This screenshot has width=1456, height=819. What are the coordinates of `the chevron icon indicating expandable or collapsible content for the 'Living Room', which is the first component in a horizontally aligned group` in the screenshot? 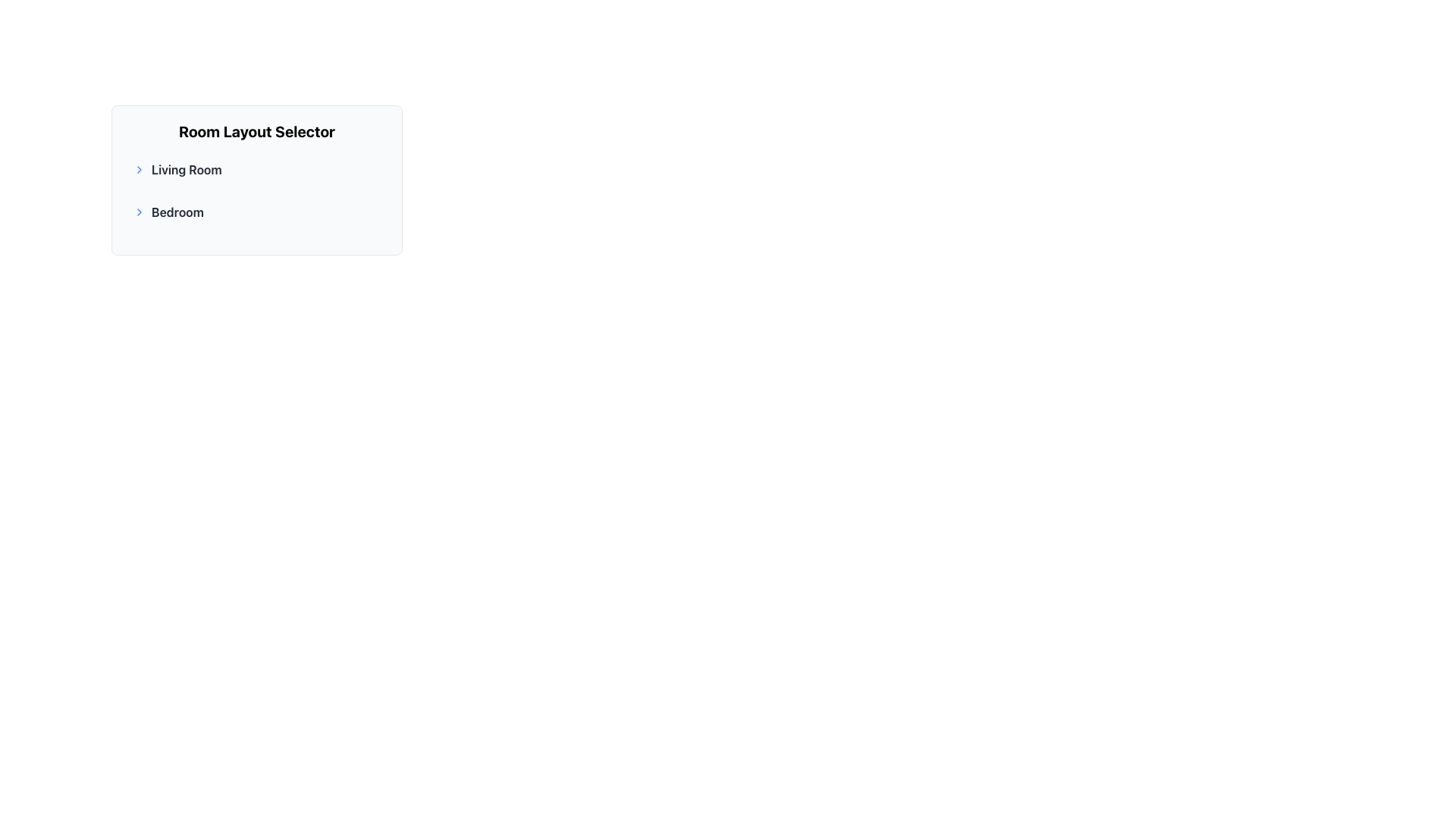 It's located at (139, 169).